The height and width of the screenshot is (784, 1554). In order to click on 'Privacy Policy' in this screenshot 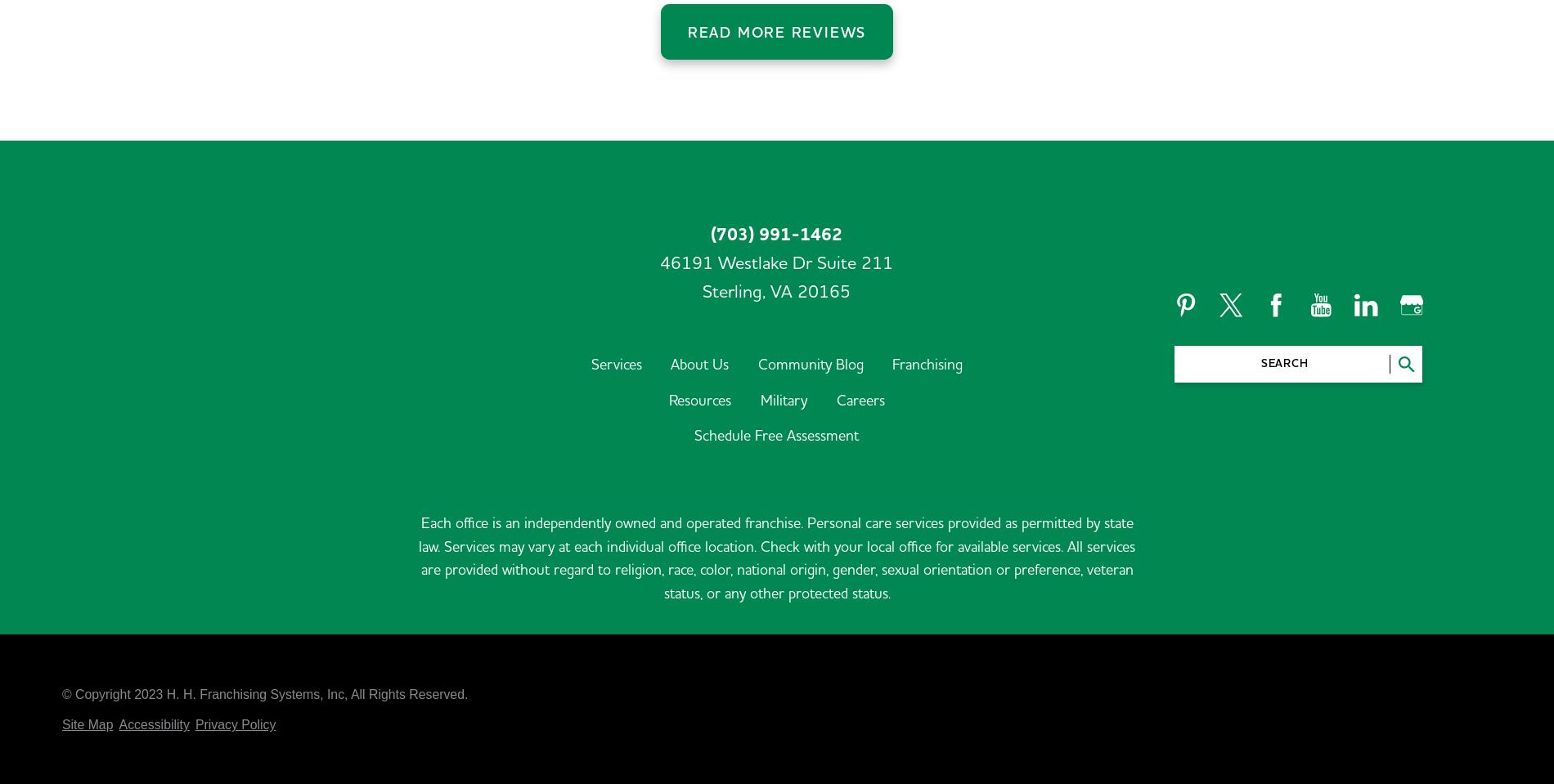, I will do `click(195, 617)`.